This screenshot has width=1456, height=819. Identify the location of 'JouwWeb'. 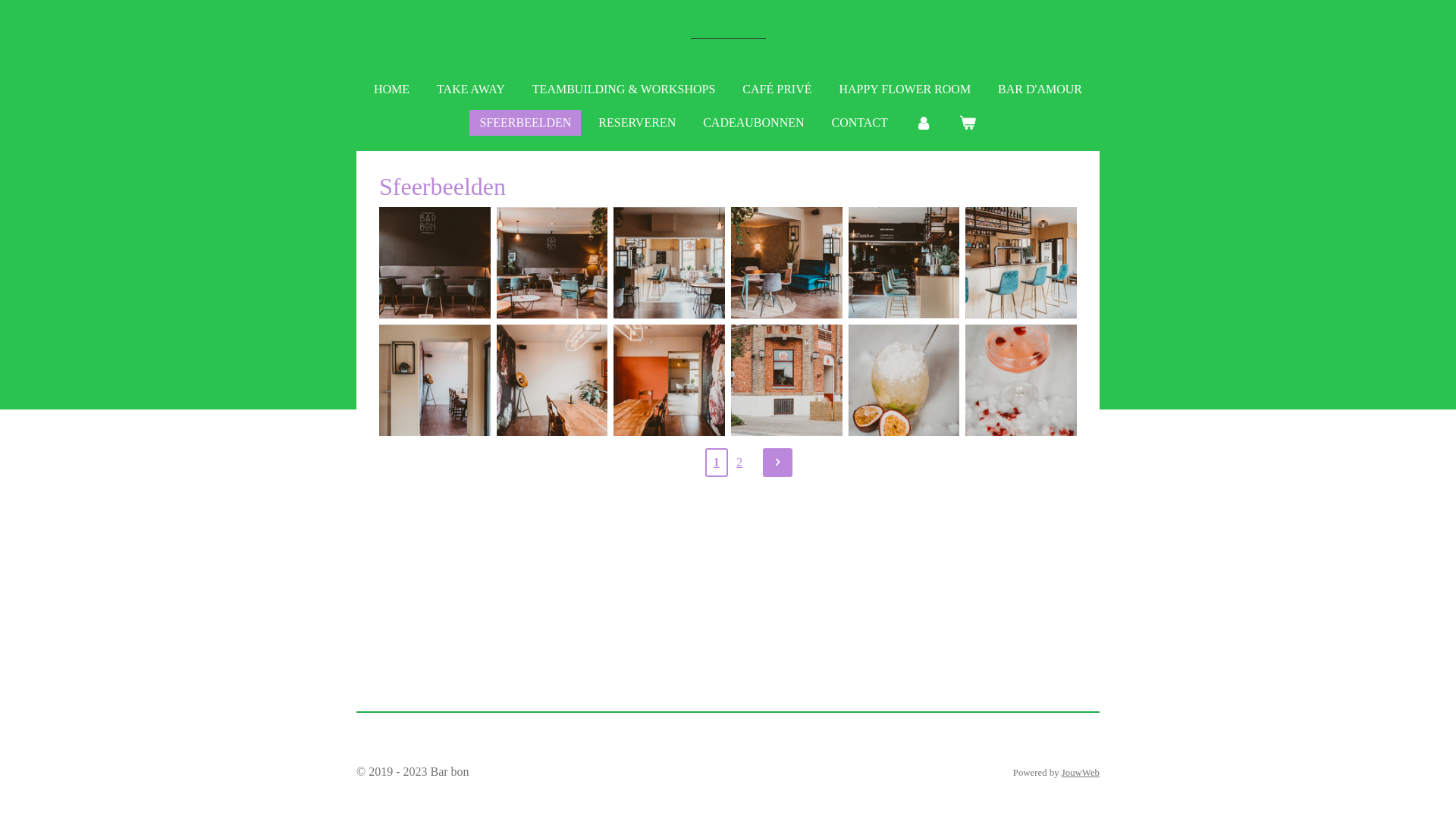
(1080, 772).